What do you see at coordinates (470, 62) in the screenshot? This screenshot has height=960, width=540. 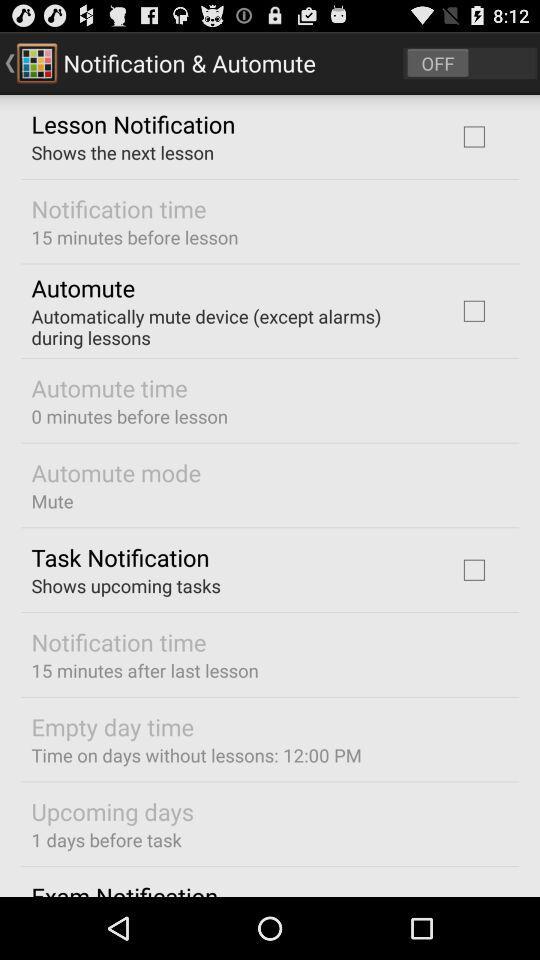 I see `on off switch` at bounding box center [470, 62].